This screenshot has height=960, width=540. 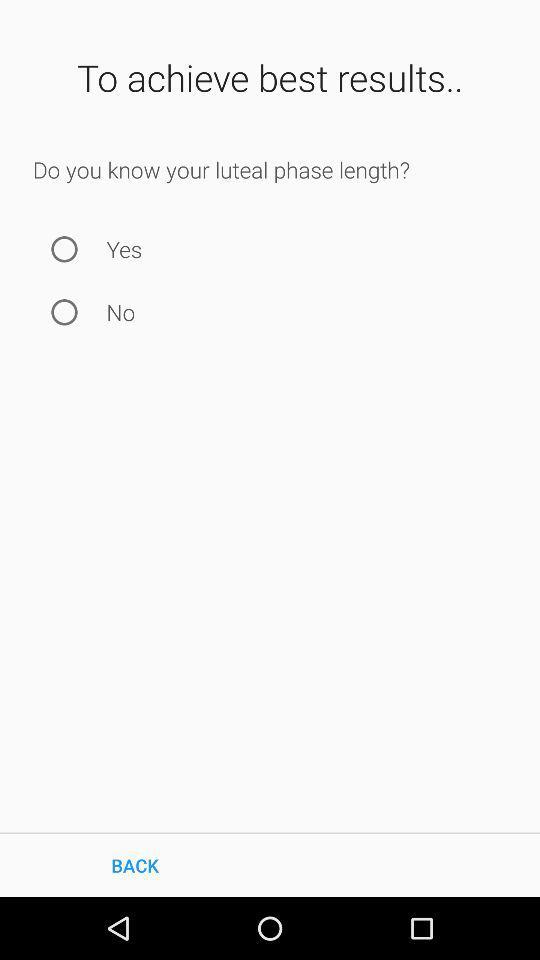 I want to click on the back, so click(x=135, y=864).